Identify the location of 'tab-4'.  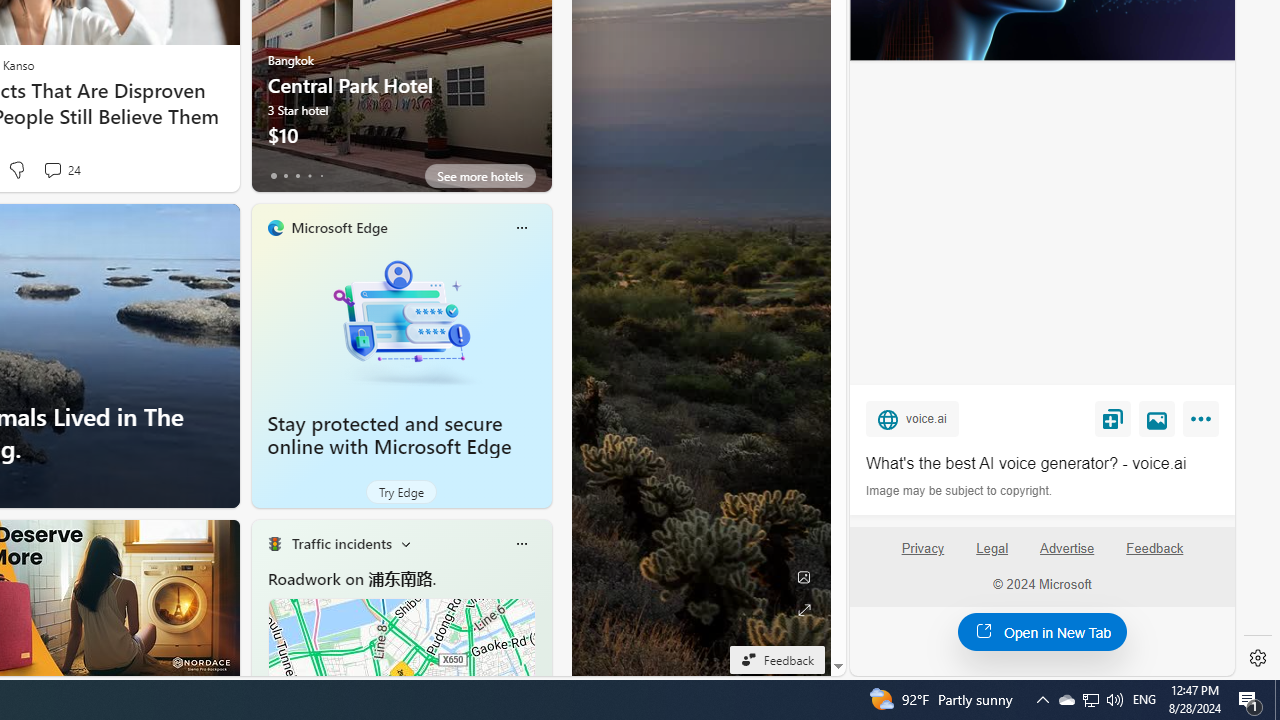
(321, 175).